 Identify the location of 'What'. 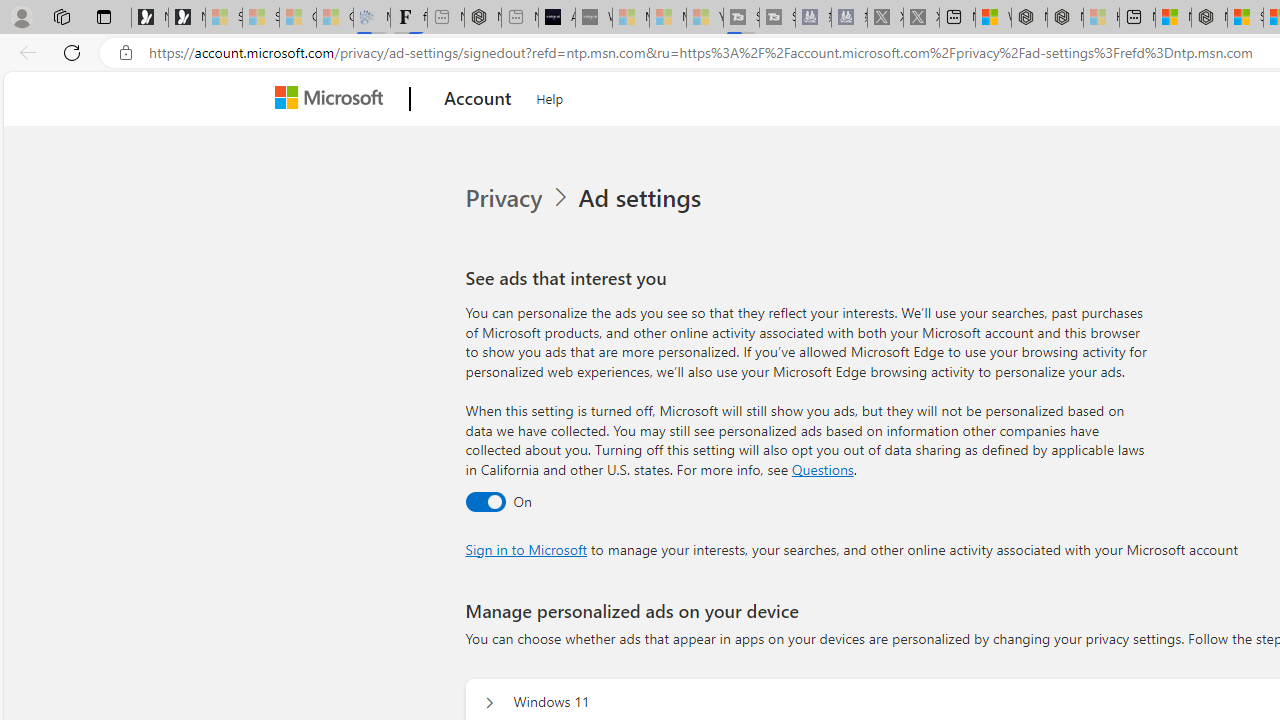
(592, 17).